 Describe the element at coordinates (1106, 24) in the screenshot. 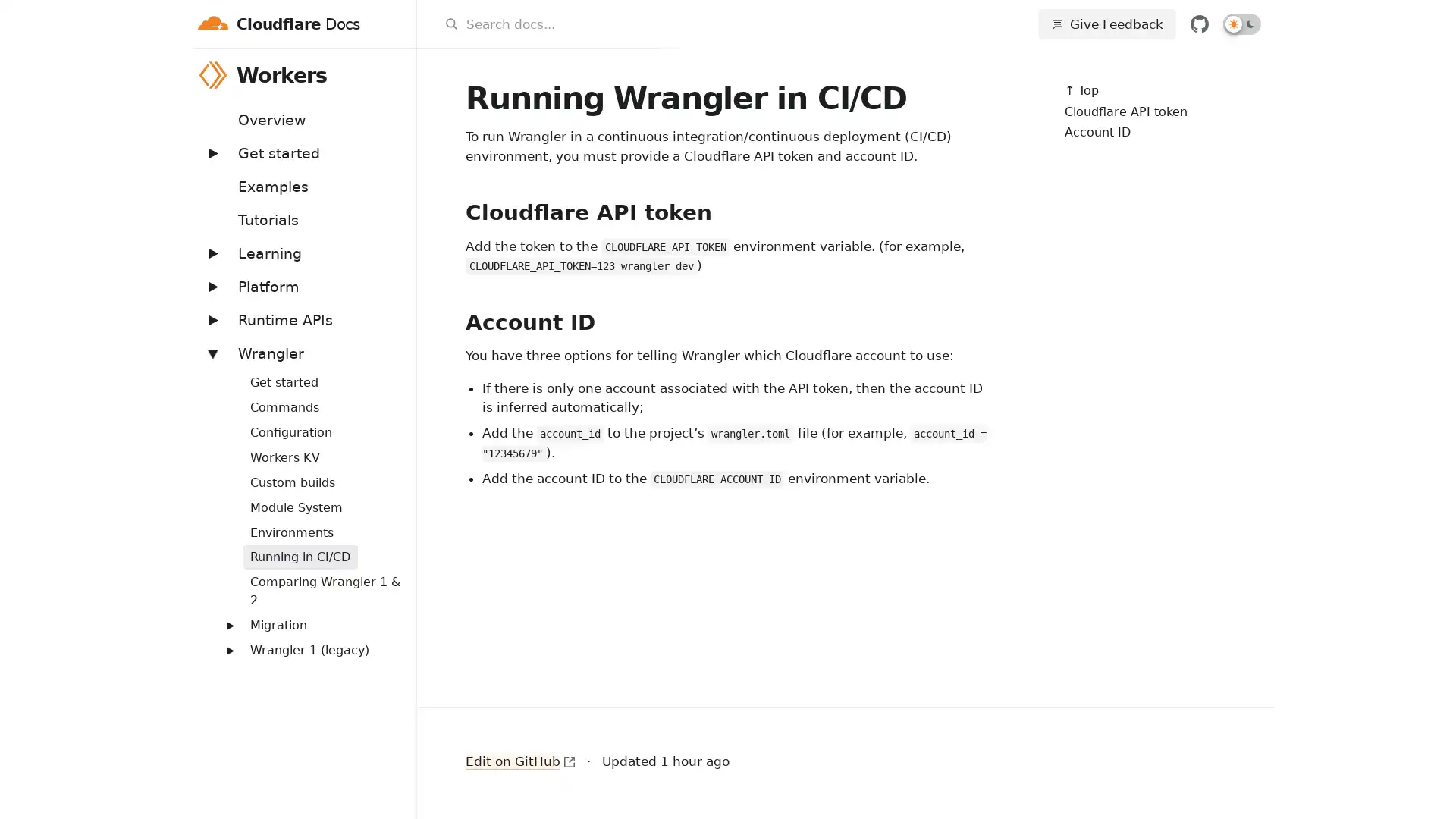

I see `Give Feedback` at that location.